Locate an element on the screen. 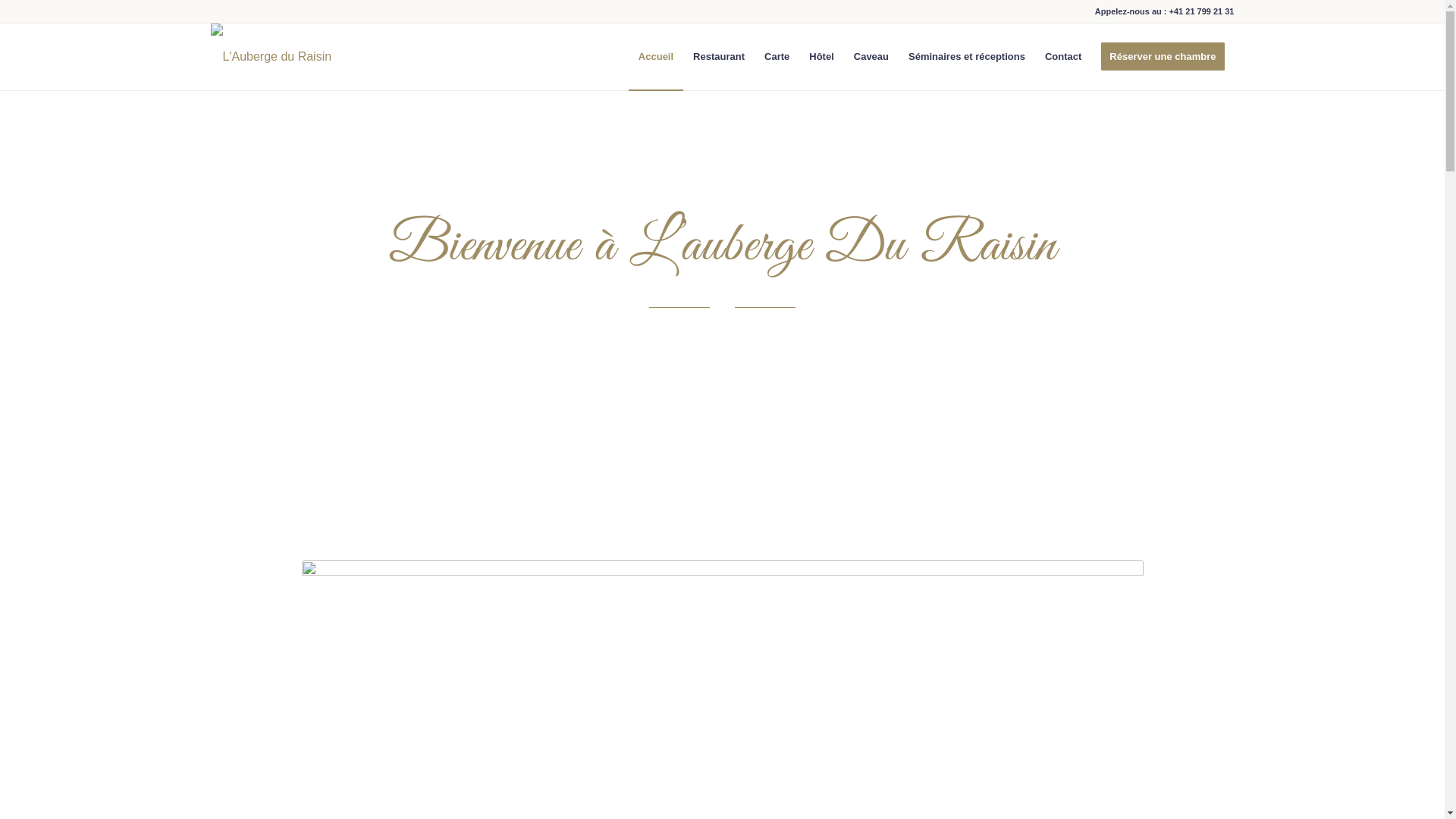  '+41 21 799 21 31' is located at coordinates (1168, 11).